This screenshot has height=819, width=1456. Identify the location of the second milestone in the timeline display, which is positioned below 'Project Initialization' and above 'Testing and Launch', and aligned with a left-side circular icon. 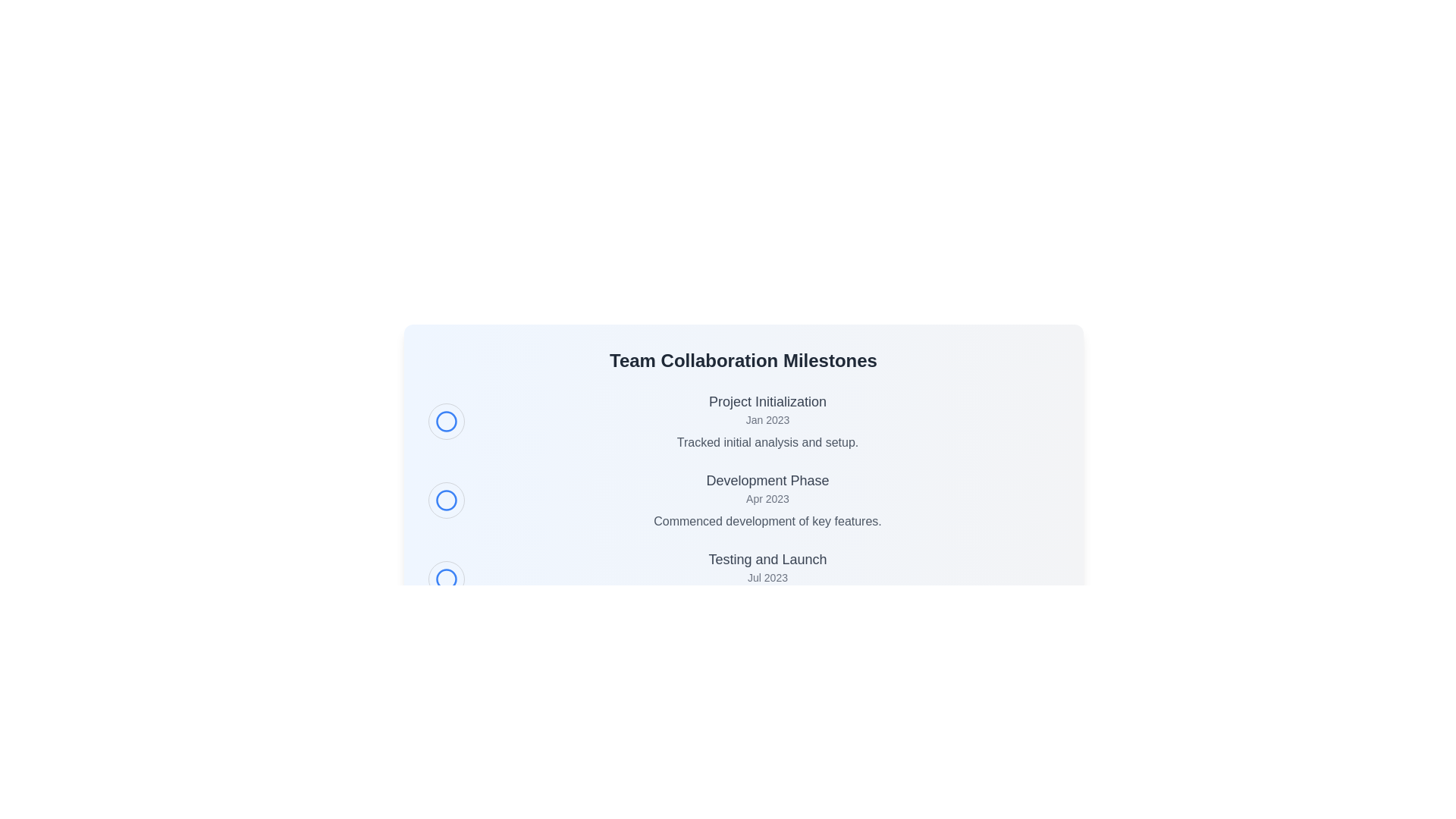
(743, 500).